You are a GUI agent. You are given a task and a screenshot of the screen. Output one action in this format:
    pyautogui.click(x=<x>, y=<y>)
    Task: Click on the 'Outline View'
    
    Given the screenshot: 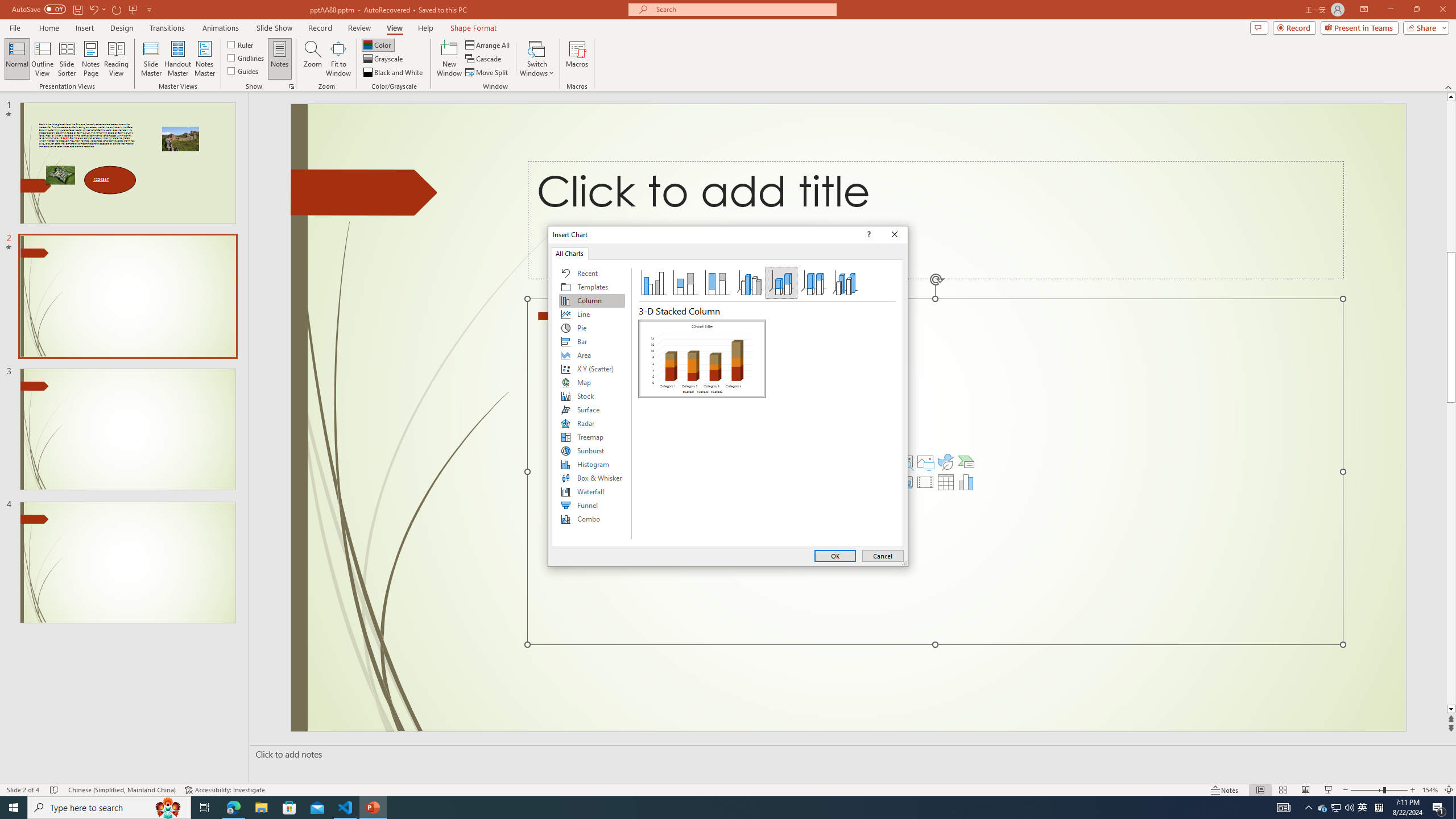 What is the action you would take?
    pyautogui.click(x=42, y=59)
    